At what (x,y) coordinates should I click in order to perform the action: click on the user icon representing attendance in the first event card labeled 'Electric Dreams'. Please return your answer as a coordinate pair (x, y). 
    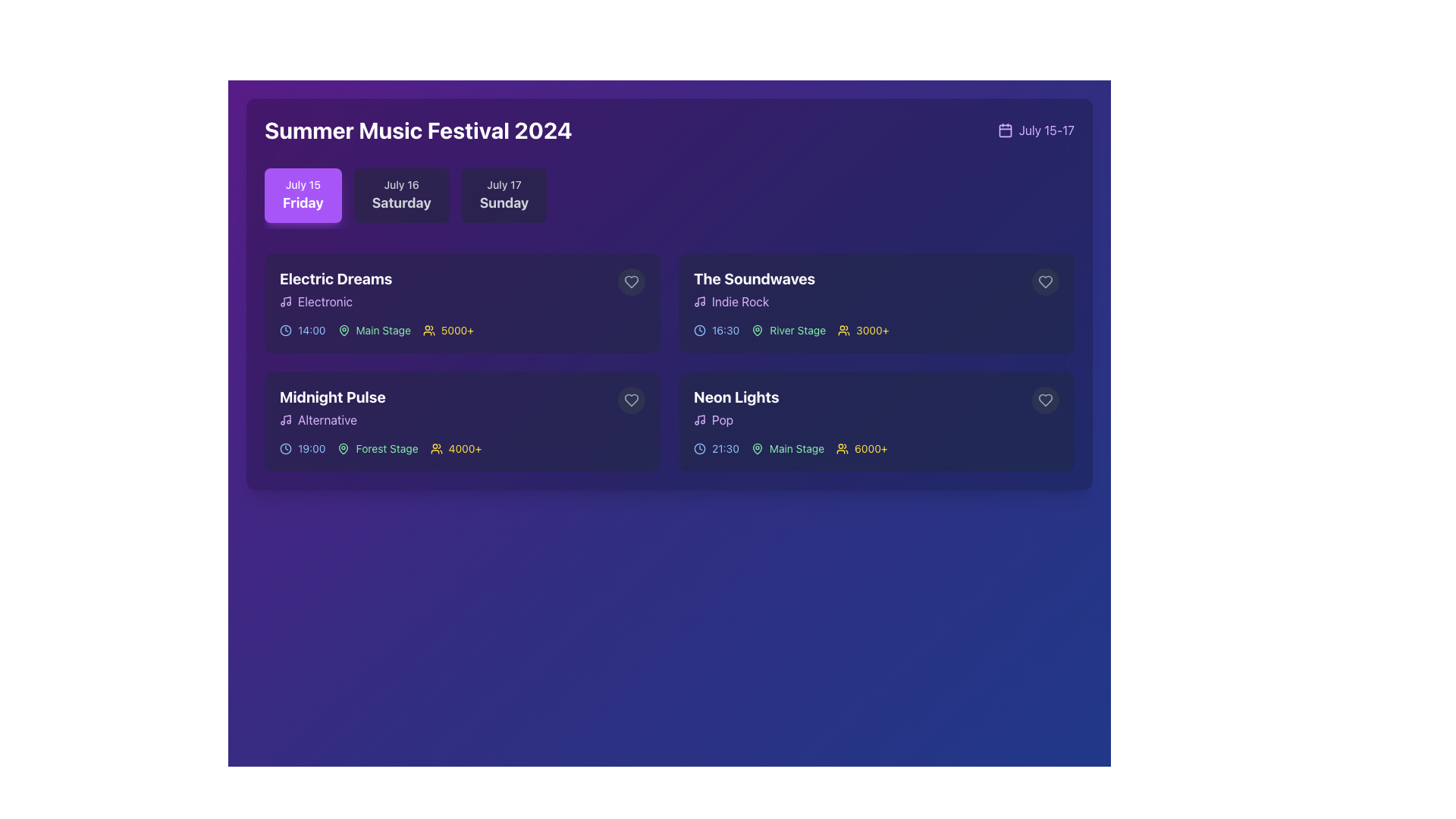
    Looking at the image, I should click on (428, 329).